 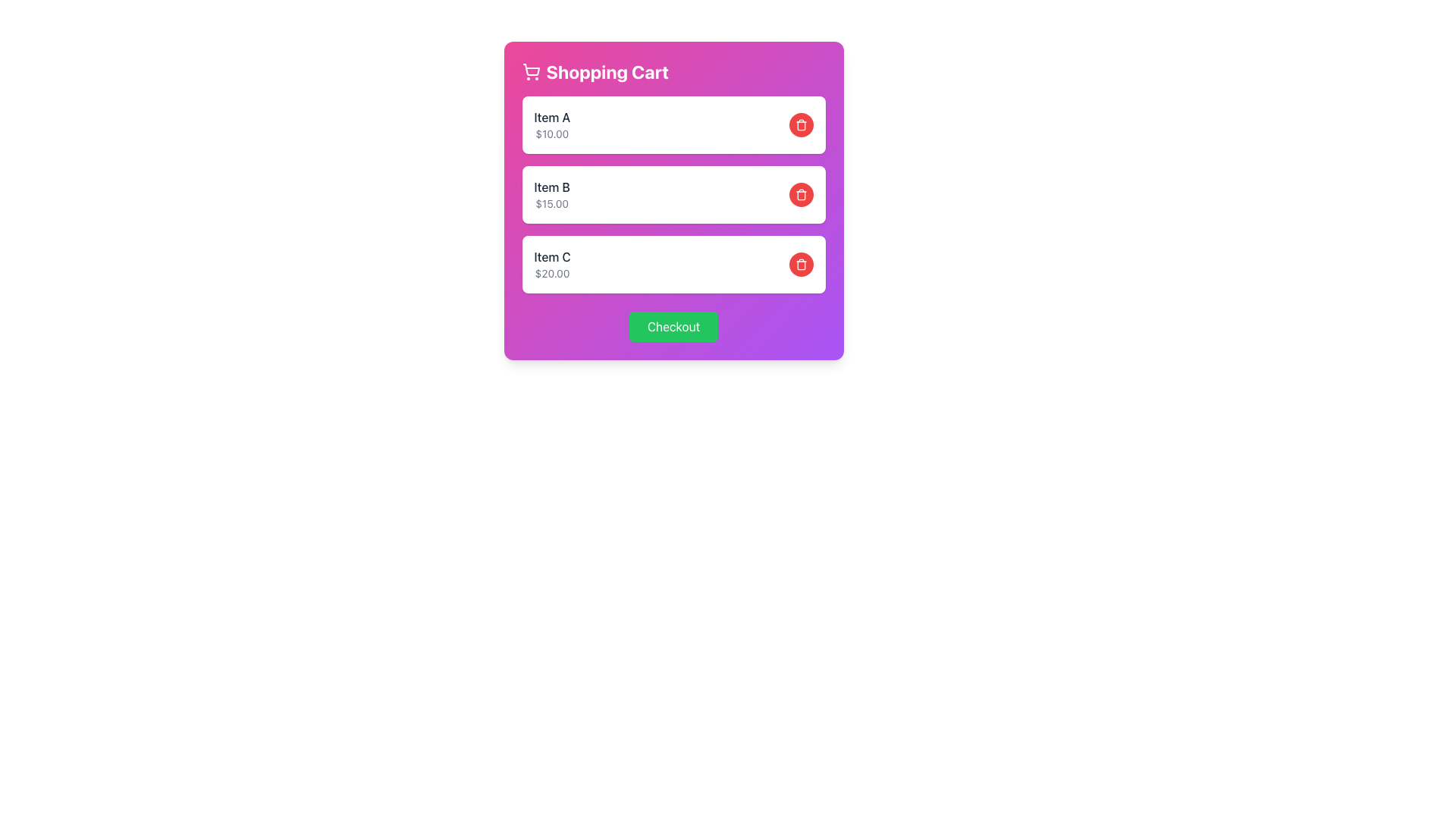 I want to click on the checkout button located at the bottom-center of the shopping cart interface to proceed to checkout, so click(x=673, y=326).